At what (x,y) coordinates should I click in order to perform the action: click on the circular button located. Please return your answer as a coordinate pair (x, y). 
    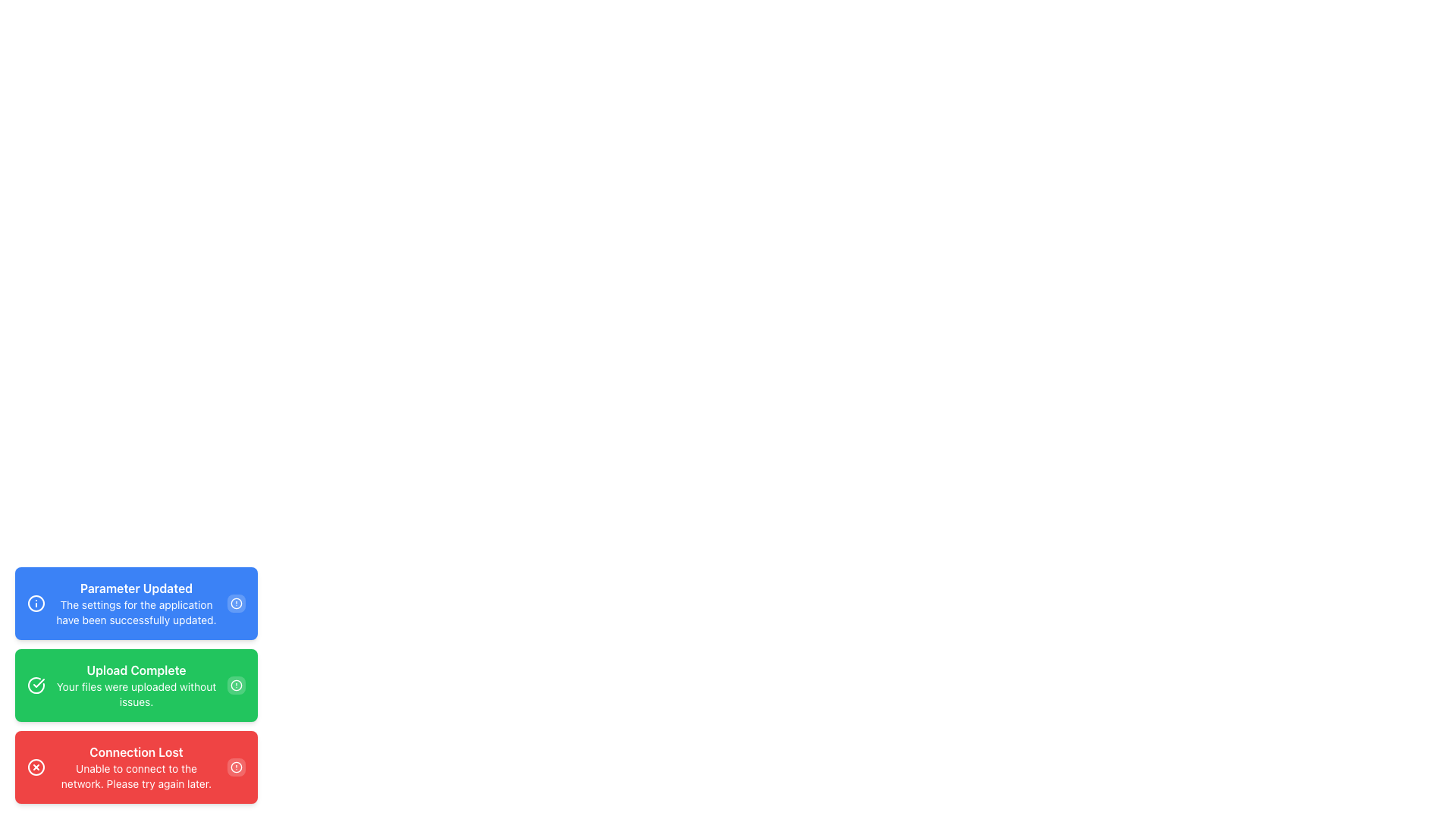
    Looking at the image, I should click on (236, 767).